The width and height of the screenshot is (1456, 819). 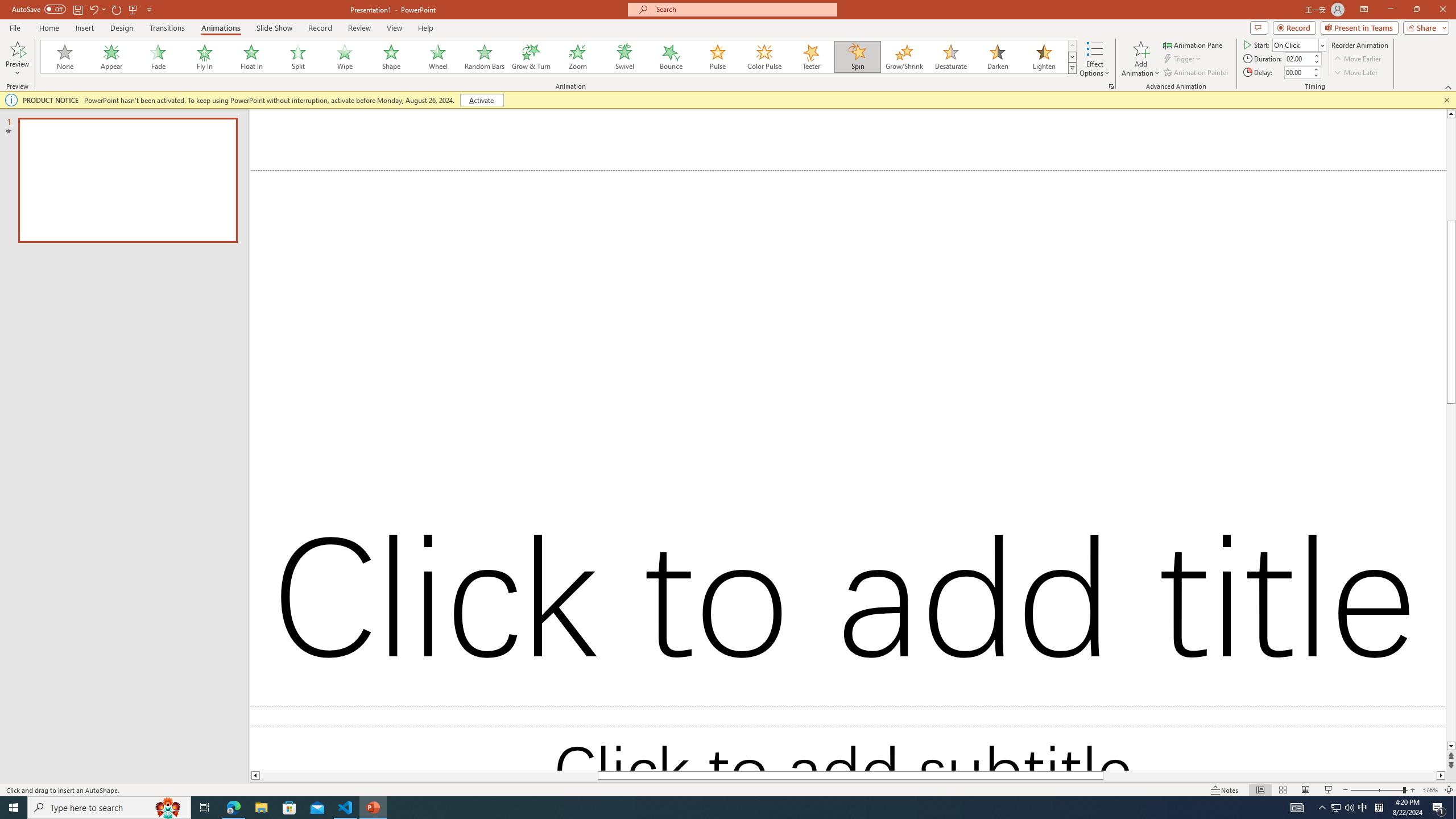 I want to click on 'Fly In', so click(x=204, y=56).